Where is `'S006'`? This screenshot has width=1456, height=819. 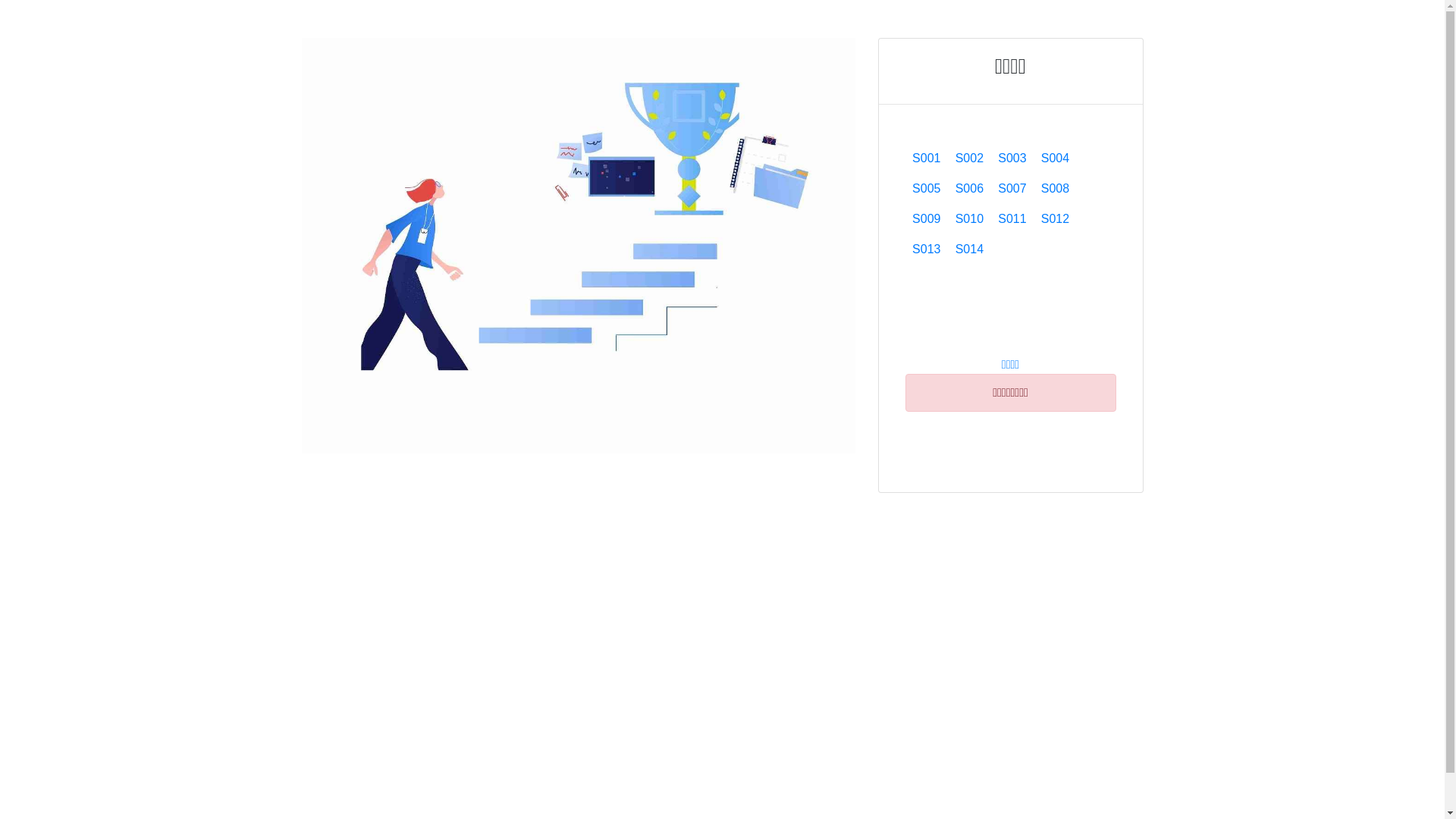 'S006' is located at coordinates (968, 188).